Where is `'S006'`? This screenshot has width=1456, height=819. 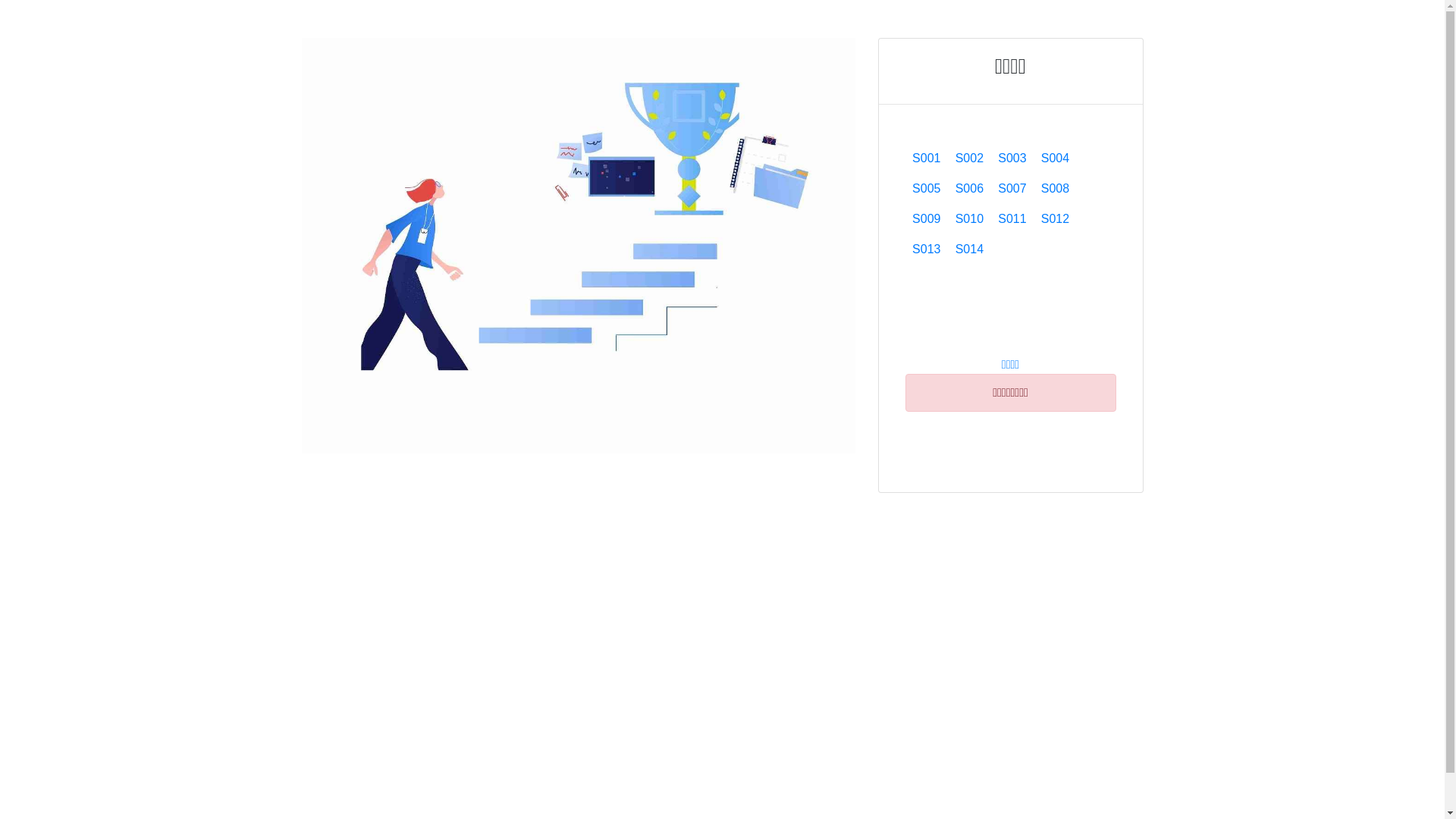 'S006' is located at coordinates (968, 188).